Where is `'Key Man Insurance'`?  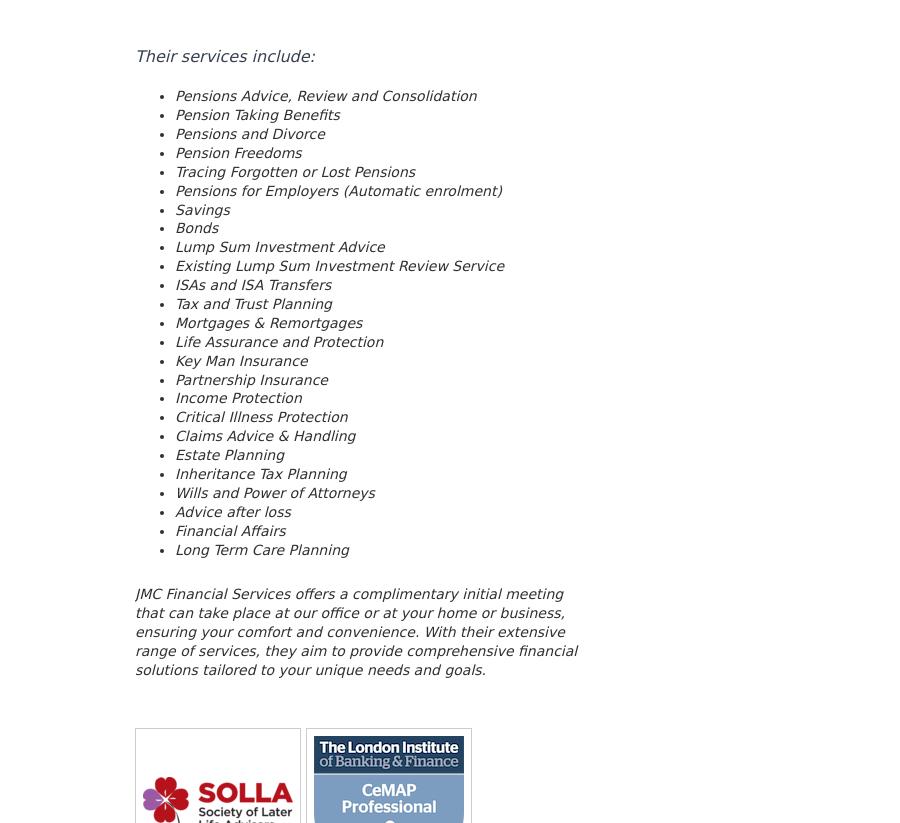
'Key Man Insurance' is located at coordinates (240, 359).